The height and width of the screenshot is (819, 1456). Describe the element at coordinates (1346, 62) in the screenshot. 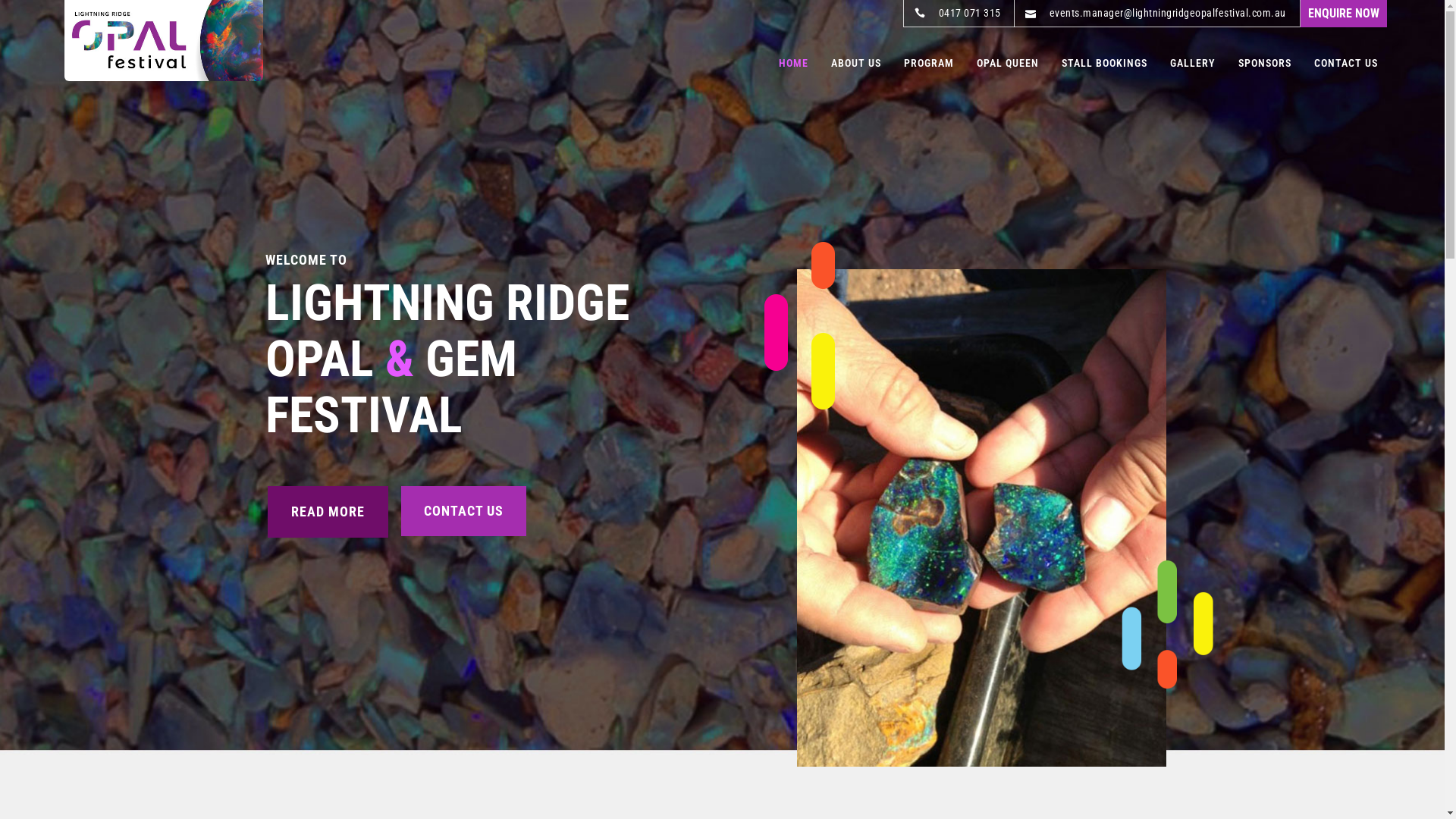

I see `'CONTACT US'` at that location.